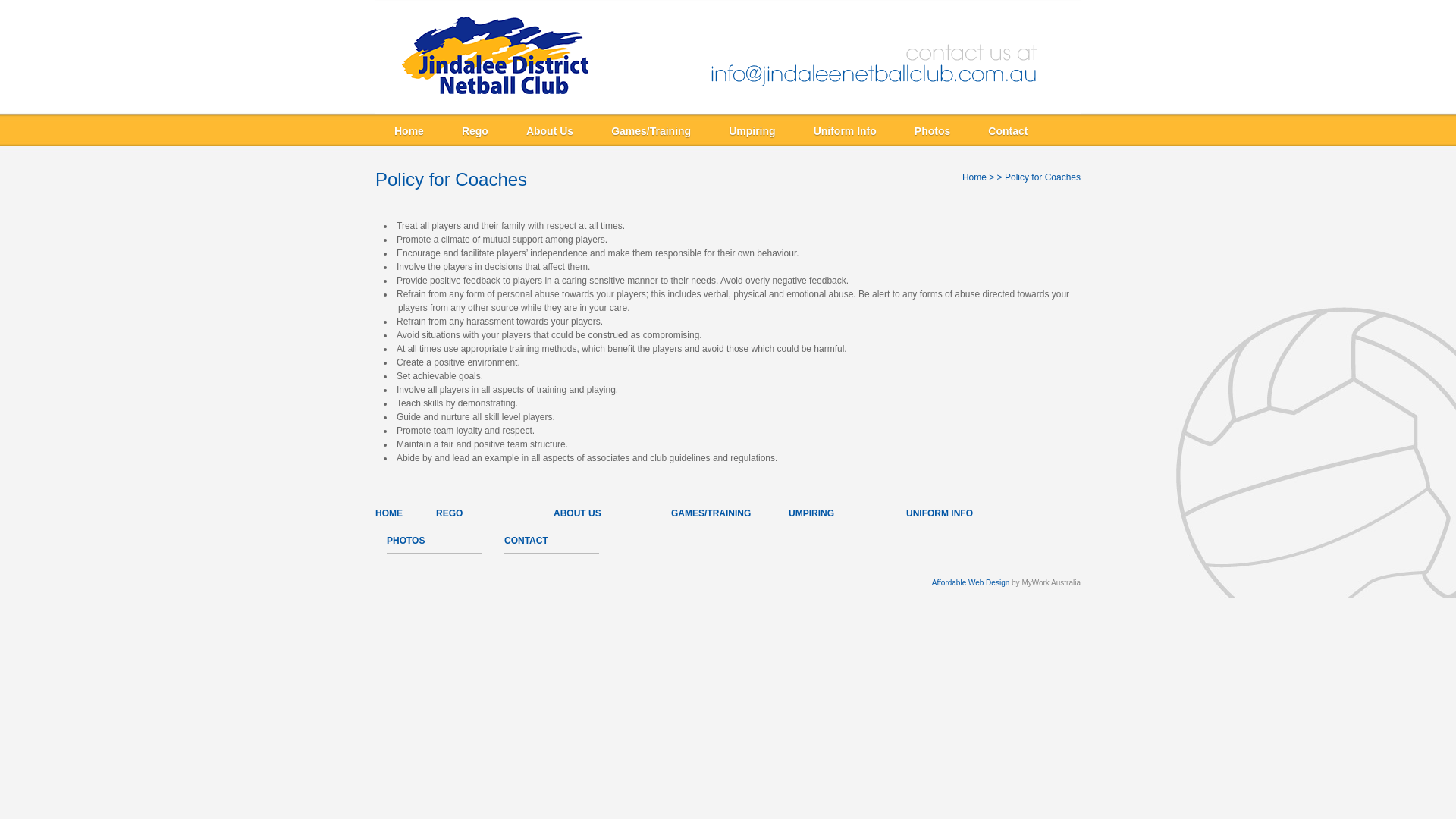  What do you see at coordinates (710, 513) in the screenshot?
I see `'GAMES/TRAINING'` at bounding box center [710, 513].